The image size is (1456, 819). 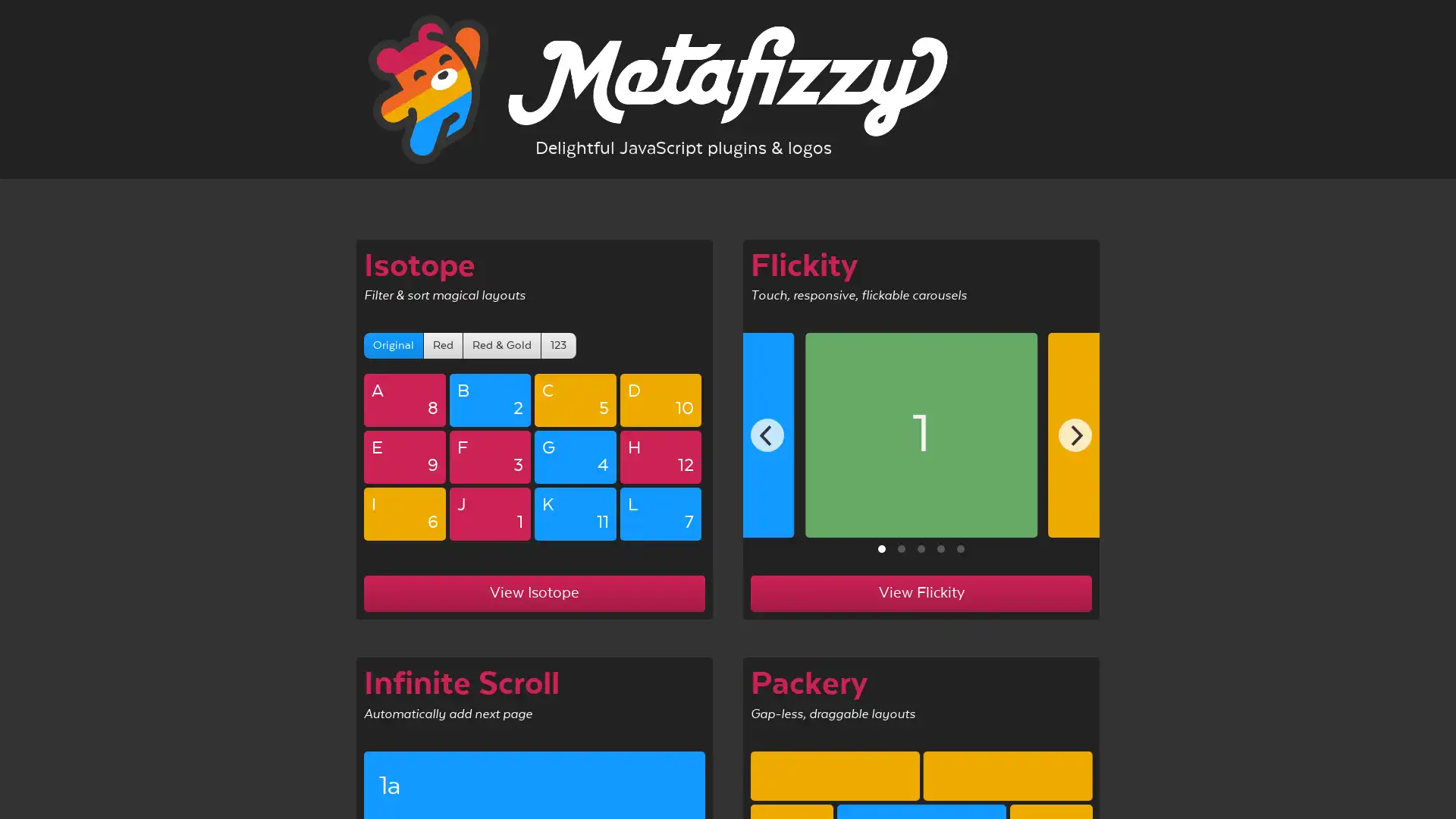 What do you see at coordinates (393, 345) in the screenshot?
I see `Original` at bounding box center [393, 345].